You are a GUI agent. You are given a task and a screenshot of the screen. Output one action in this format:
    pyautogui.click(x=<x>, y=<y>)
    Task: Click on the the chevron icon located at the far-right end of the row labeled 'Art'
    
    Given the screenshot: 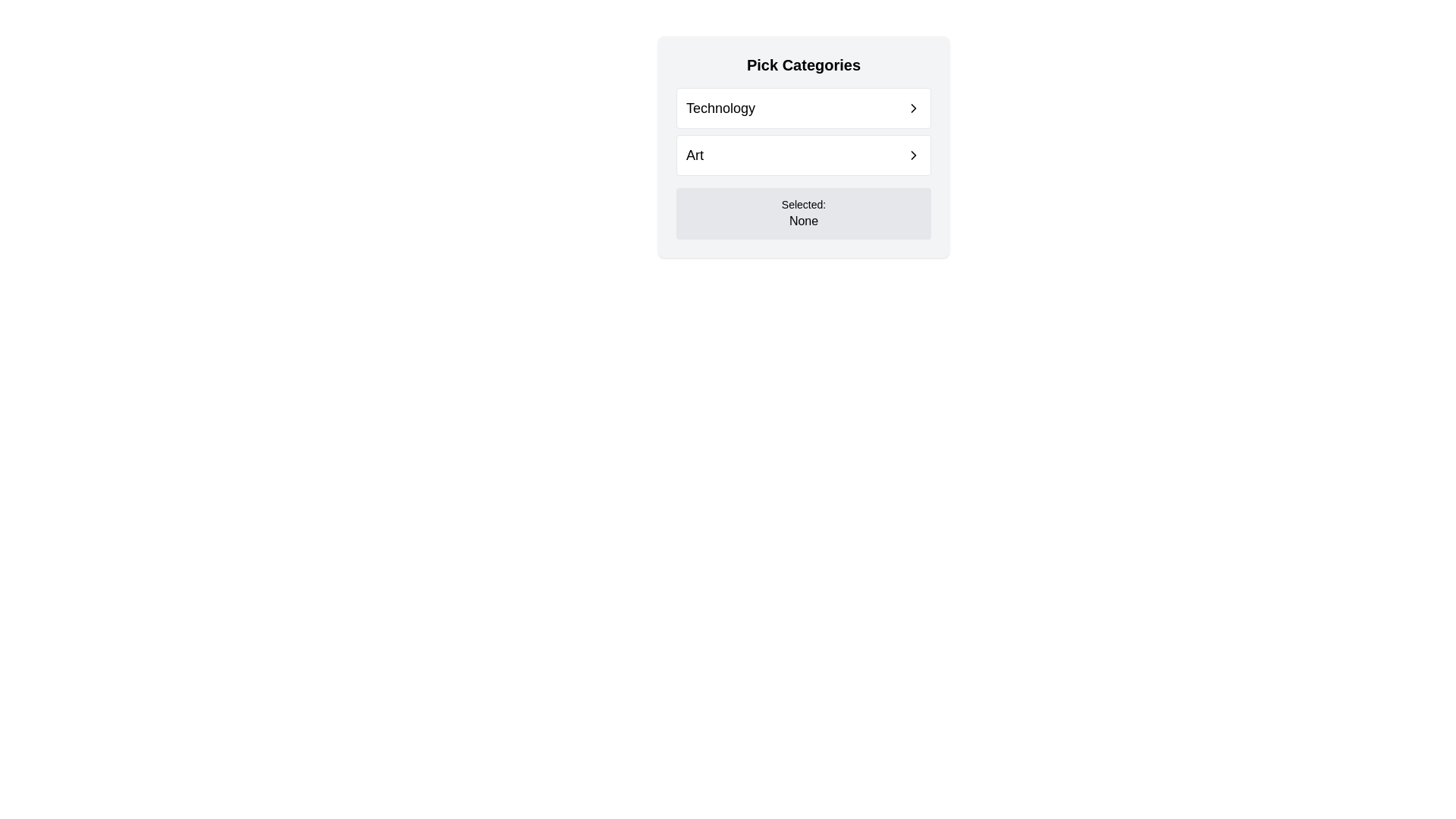 What is the action you would take?
    pyautogui.click(x=912, y=155)
    